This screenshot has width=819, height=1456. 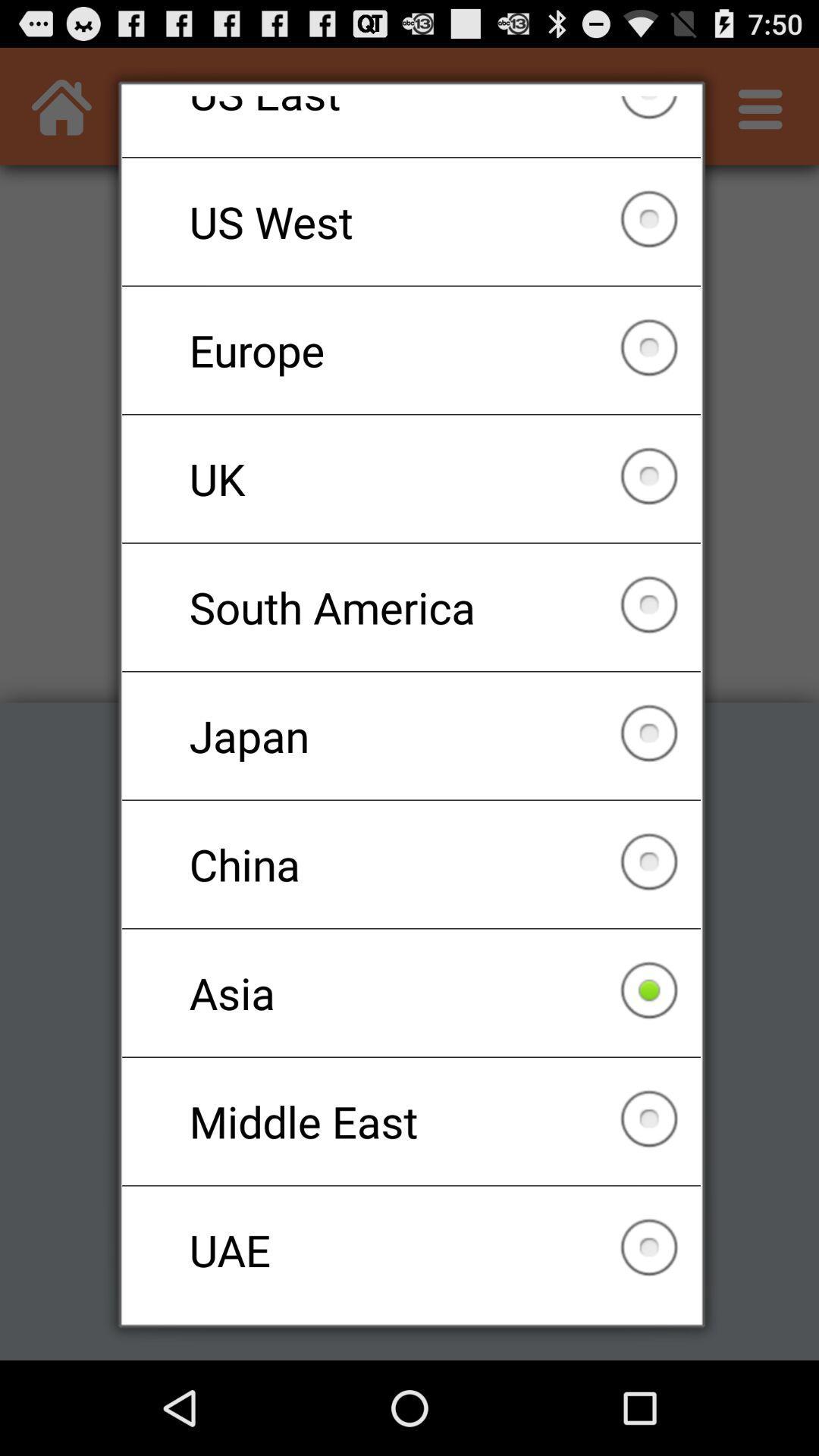 I want to click on checkbox below the     middle east, so click(x=411, y=1250).